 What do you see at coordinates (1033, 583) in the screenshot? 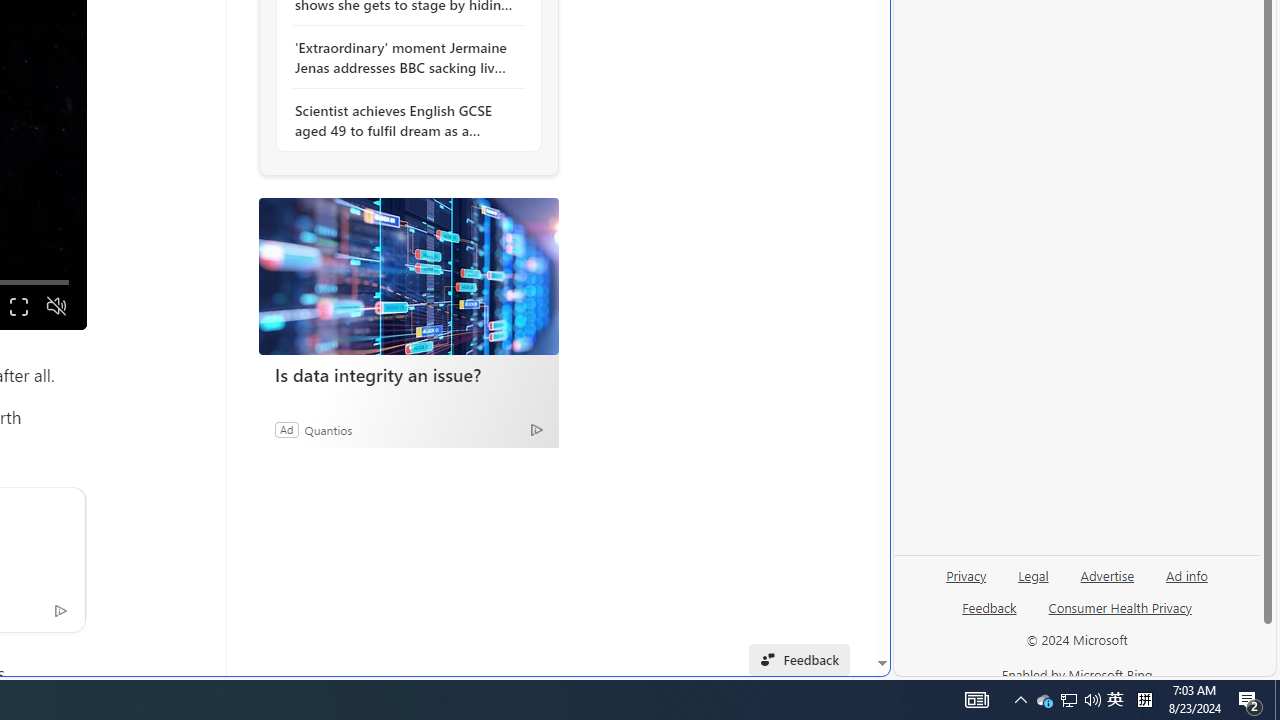
I see `'Legal'` at bounding box center [1033, 583].